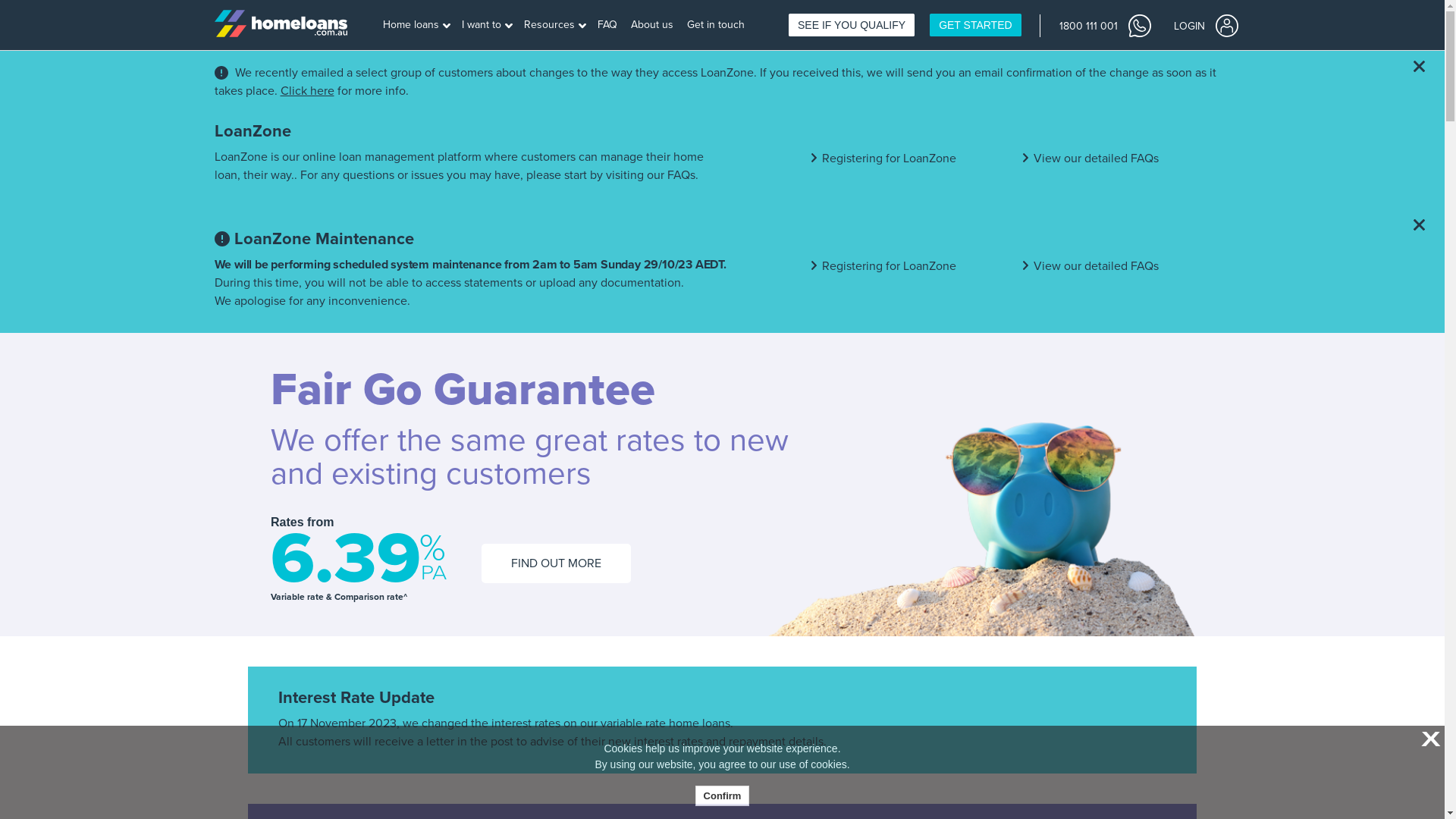 The height and width of the screenshot is (819, 1456). I want to click on 'LOGIN, so click(1205, 25).